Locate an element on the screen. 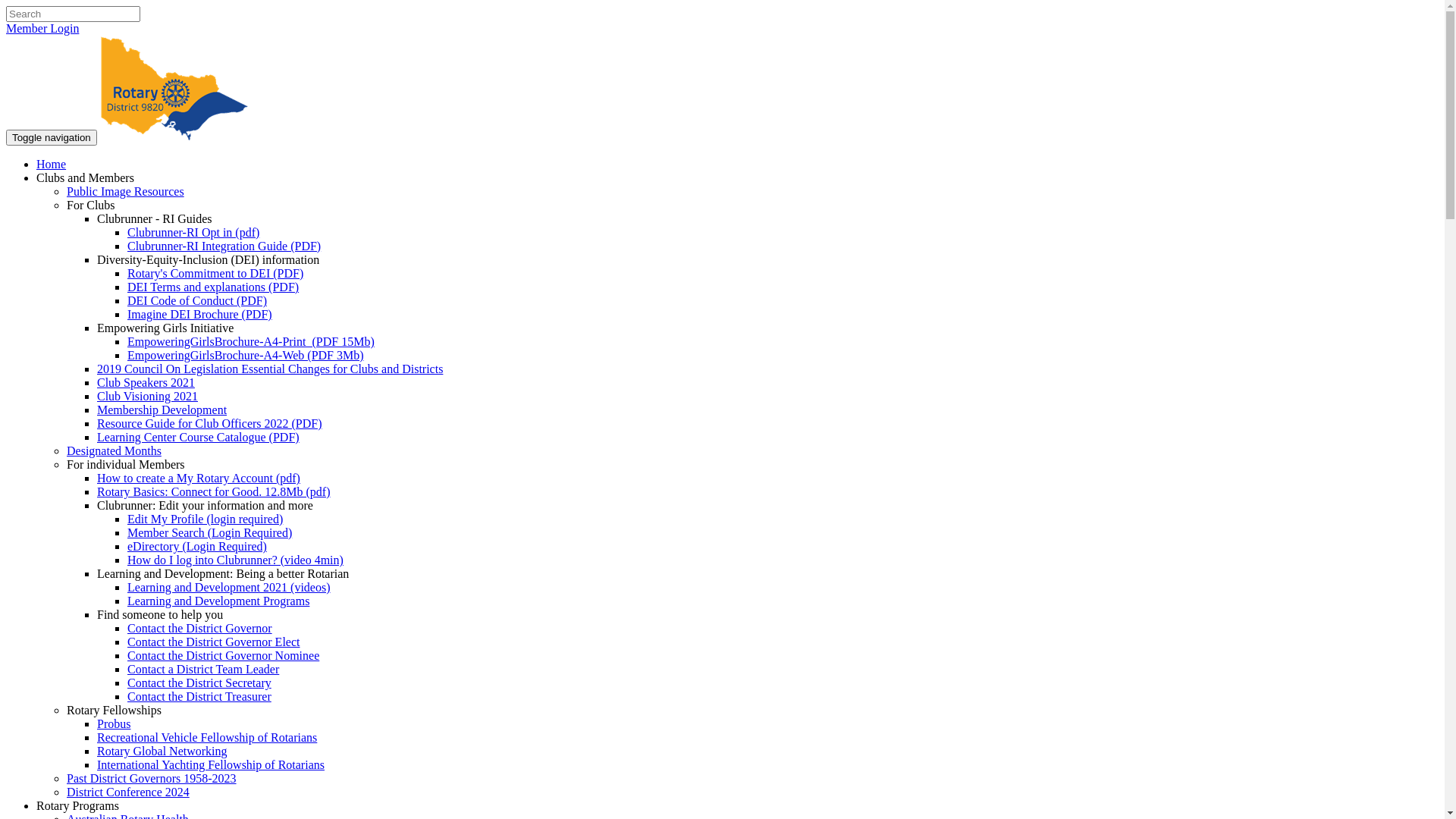 The image size is (1456, 819). 'Clubrunner-RI Opt in (pdf)' is located at coordinates (127, 232).